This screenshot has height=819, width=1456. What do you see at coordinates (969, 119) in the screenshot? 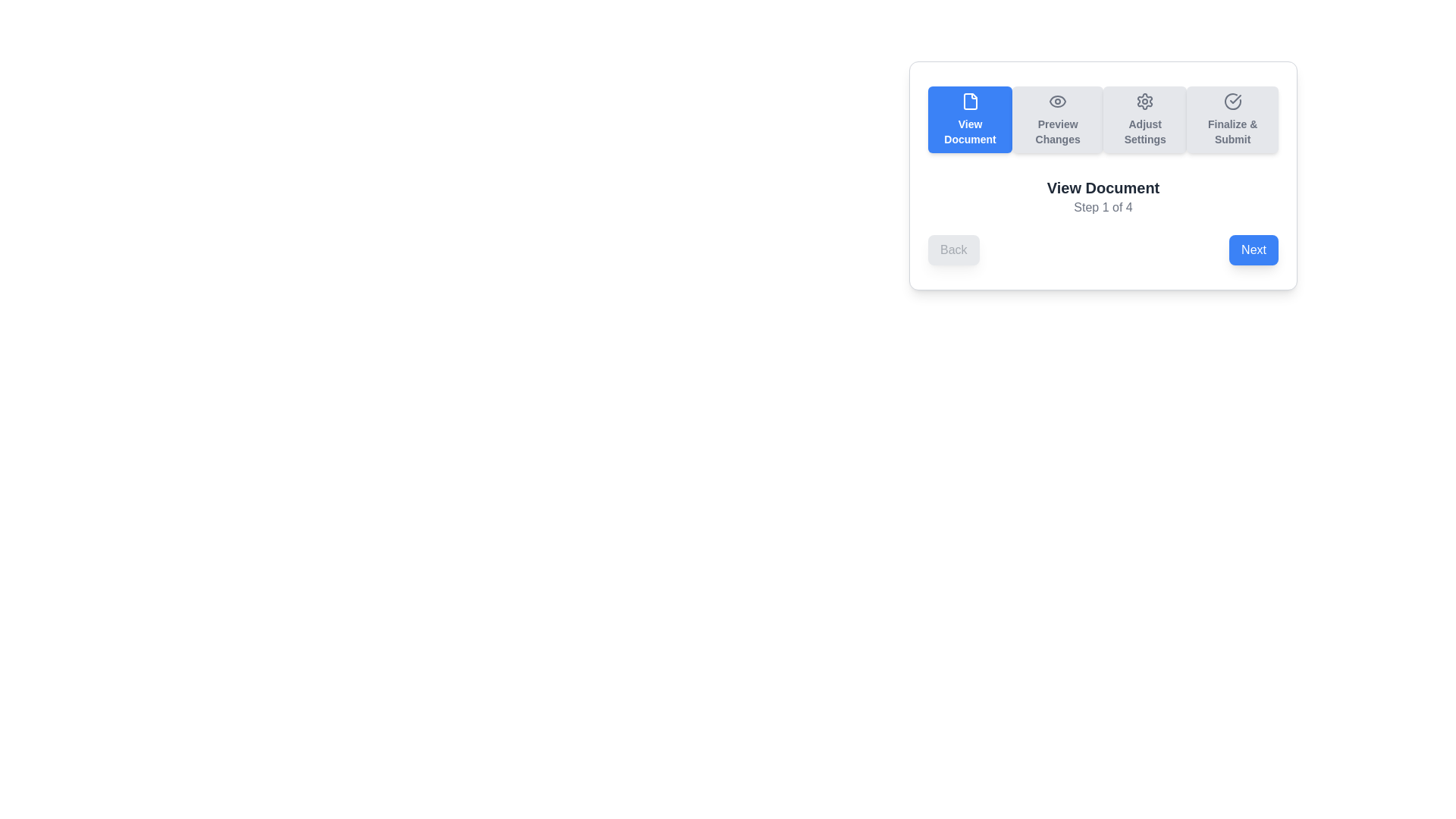
I see `the highlighted step indicator 'View Document' to view additional details` at bounding box center [969, 119].